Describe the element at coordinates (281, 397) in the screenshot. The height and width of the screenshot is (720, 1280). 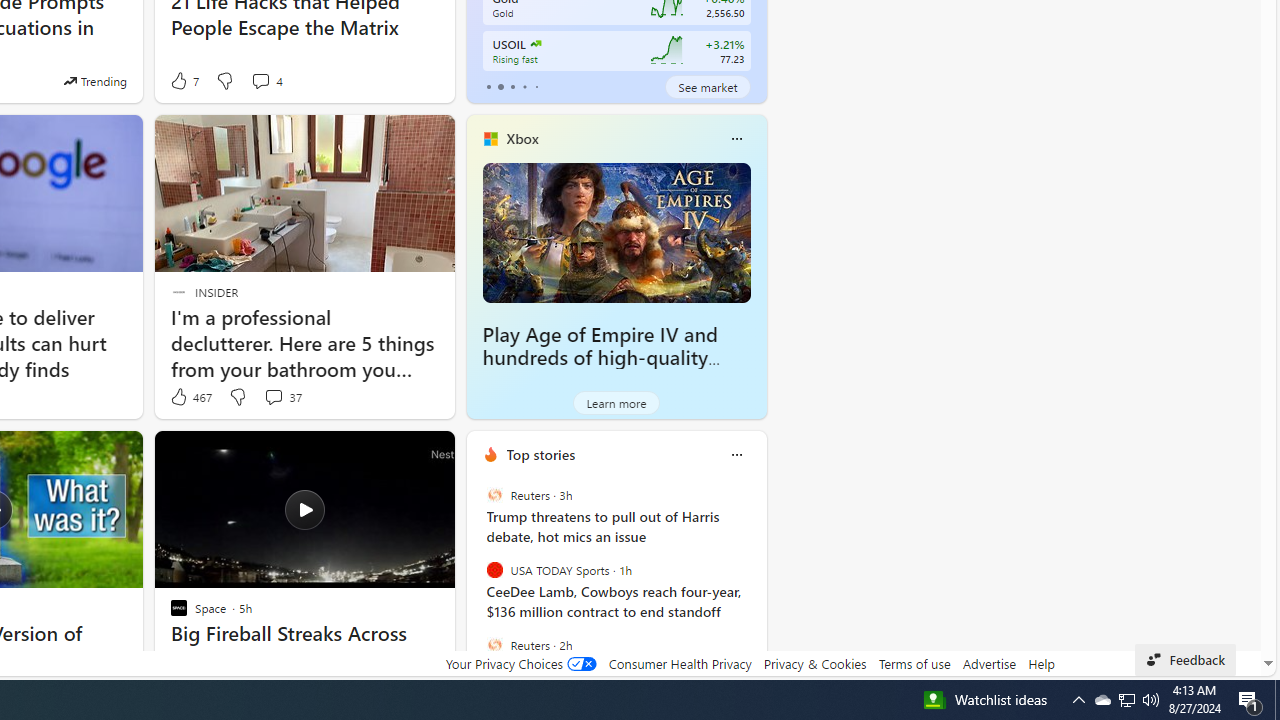
I see `'View comments 37 Comment'` at that location.